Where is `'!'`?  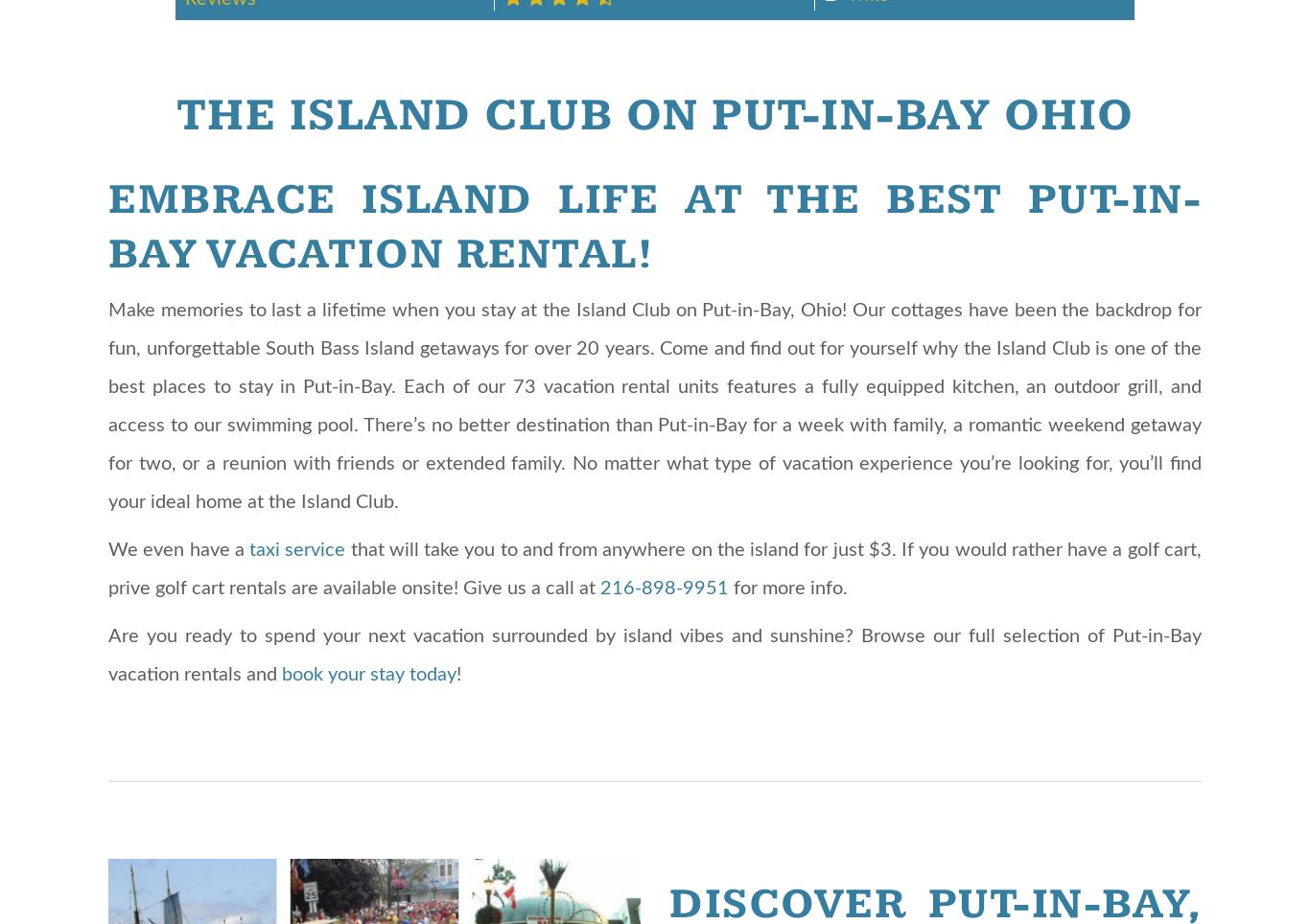
'!' is located at coordinates (456, 674).